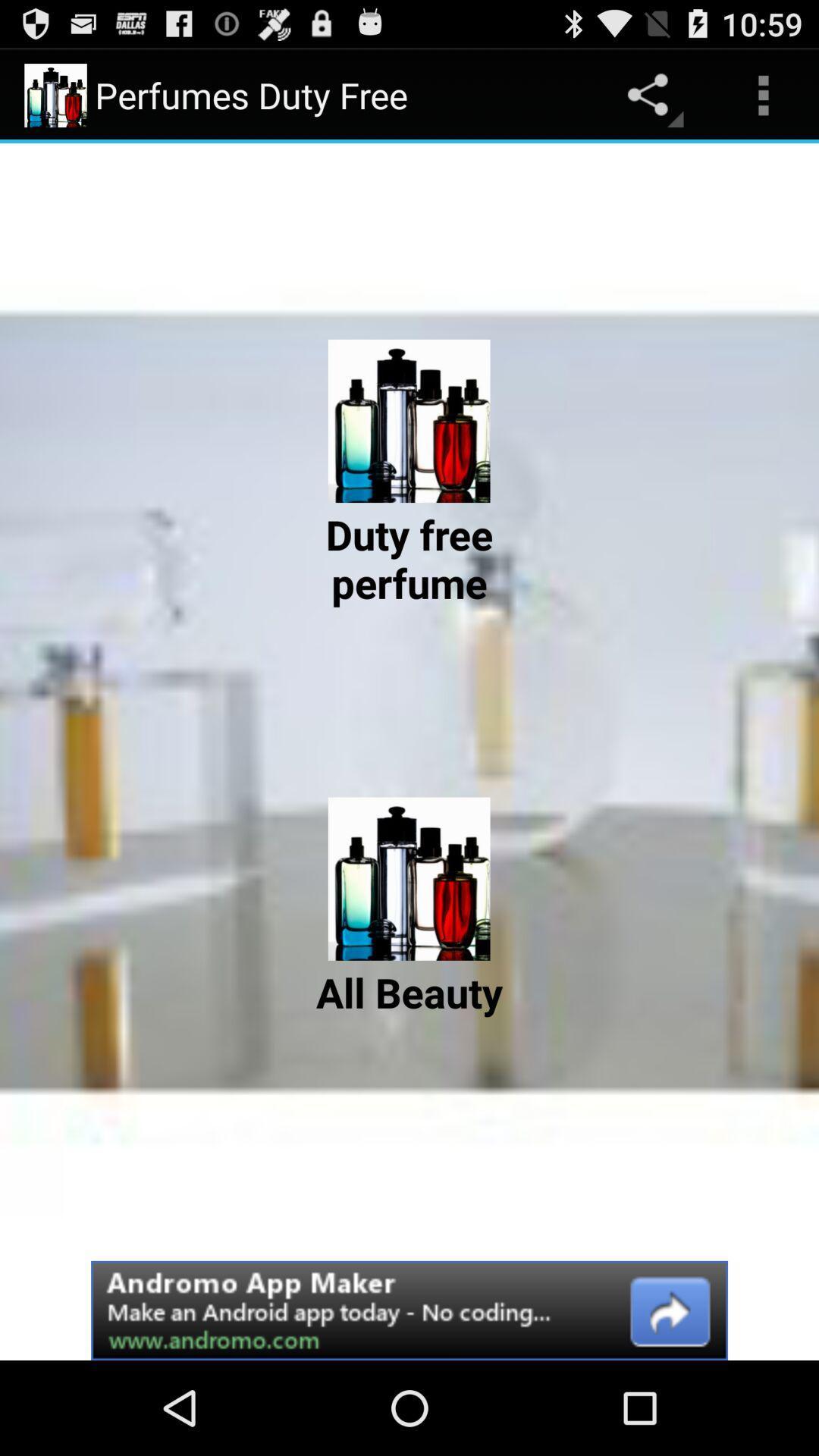 The image size is (819, 1456). What do you see at coordinates (409, 1310) in the screenshot?
I see `advertisement` at bounding box center [409, 1310].